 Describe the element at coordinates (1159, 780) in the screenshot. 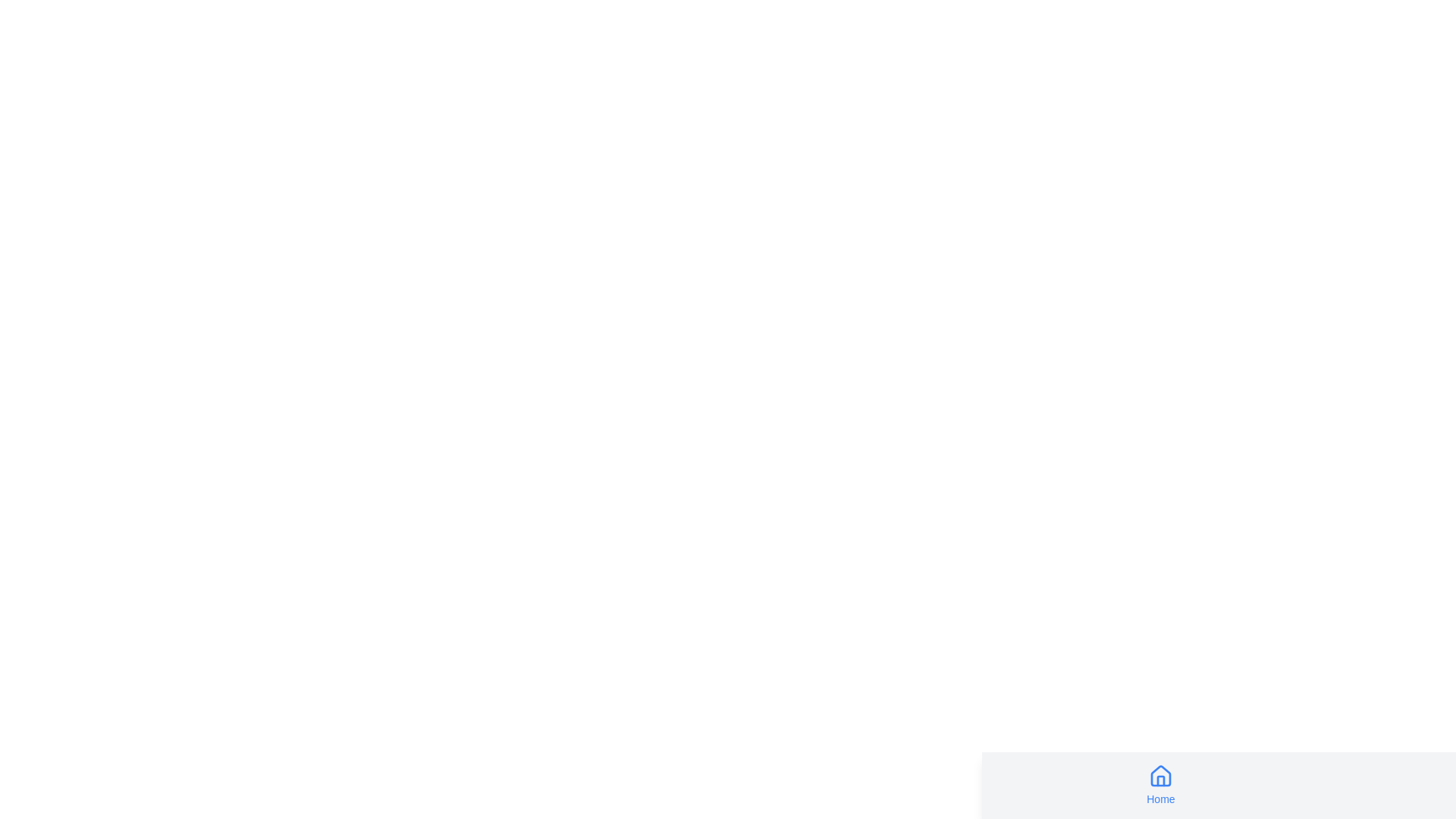

I see `the door-like feature at the base of the house icon, which is centrally aligned and colored with outlines consistent with the house graphic` at that location.